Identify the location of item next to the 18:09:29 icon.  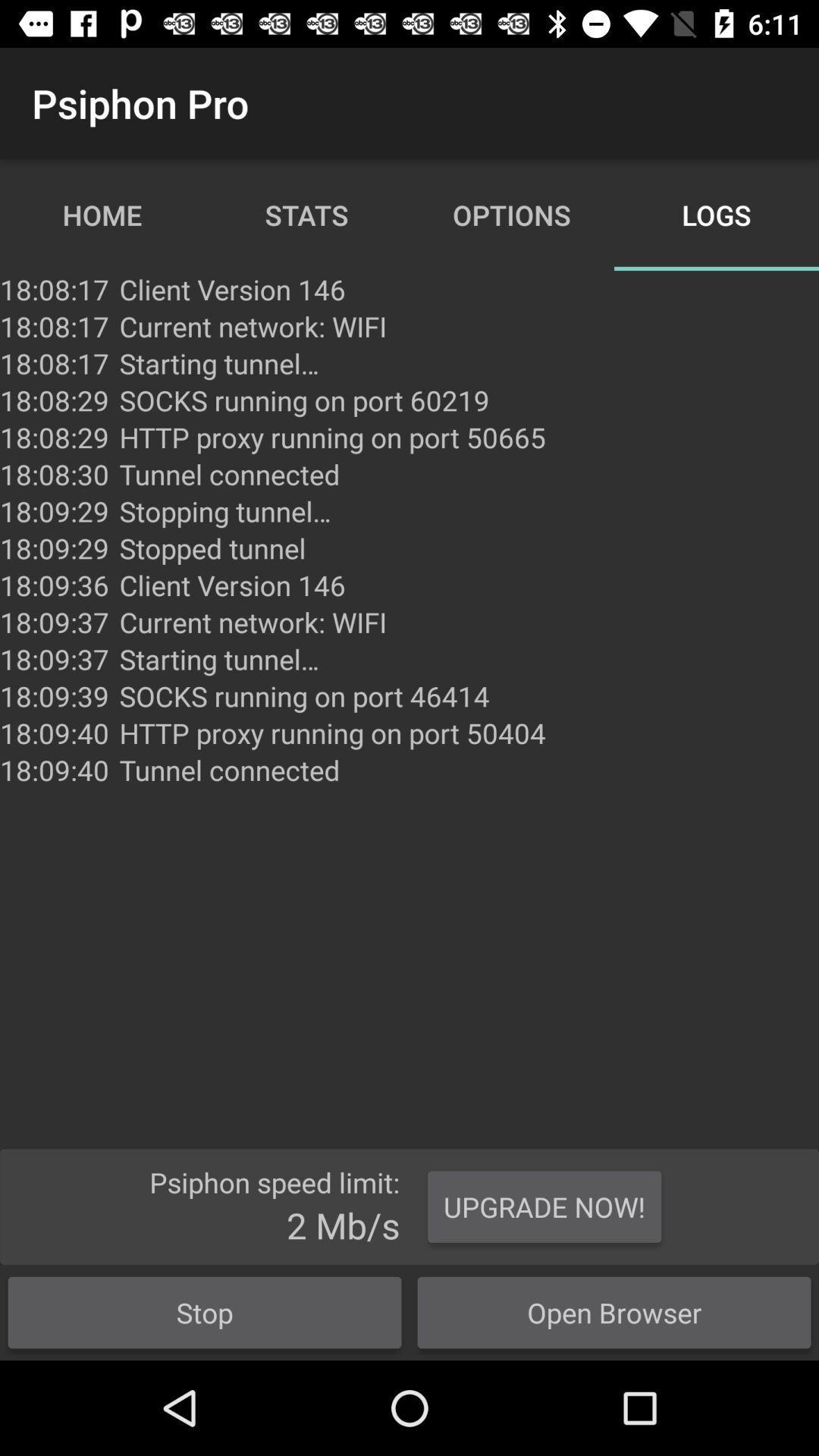
(212, 548).